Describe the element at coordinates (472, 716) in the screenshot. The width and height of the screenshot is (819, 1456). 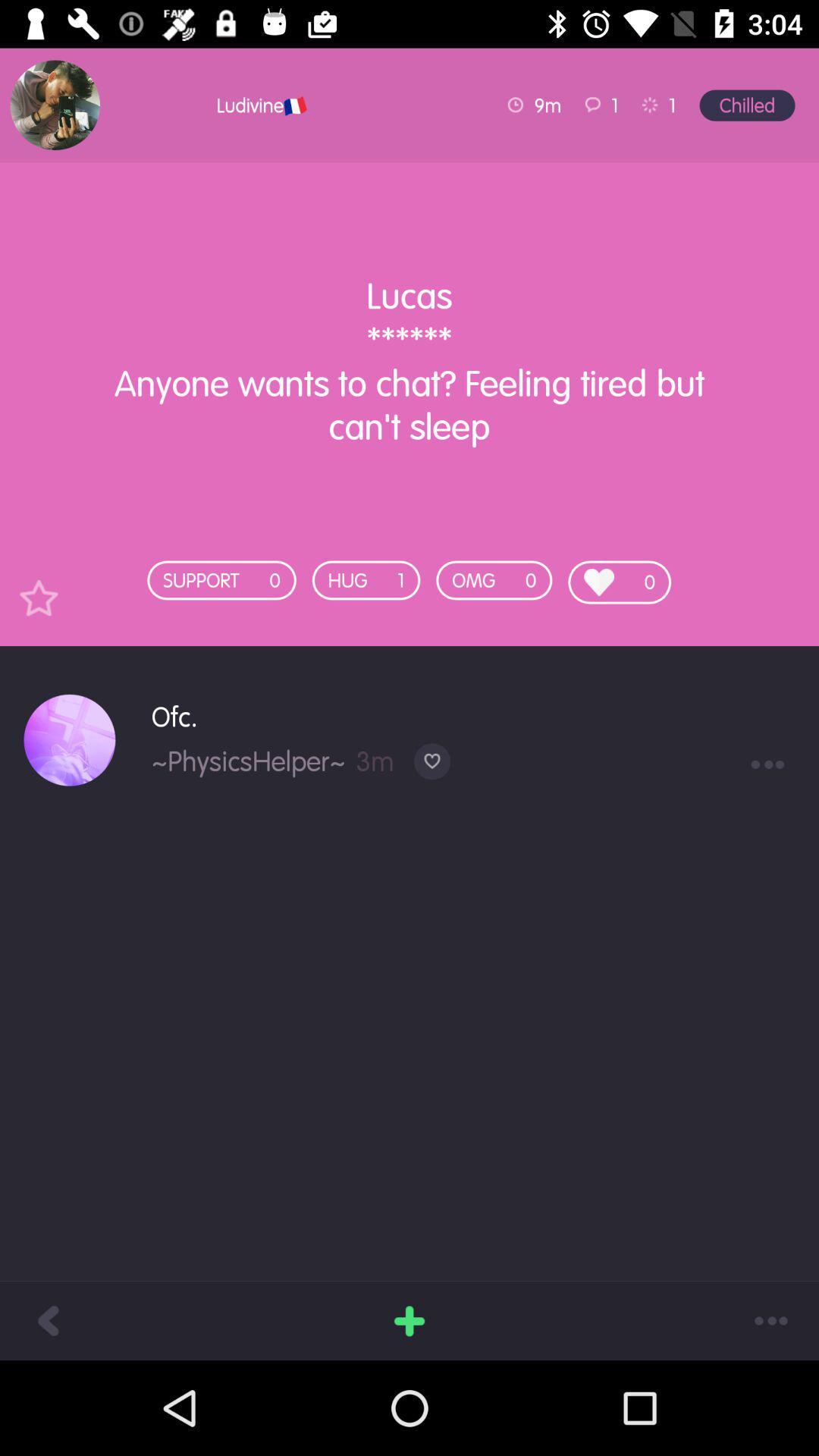
I see `the ofc. icon` at that location.